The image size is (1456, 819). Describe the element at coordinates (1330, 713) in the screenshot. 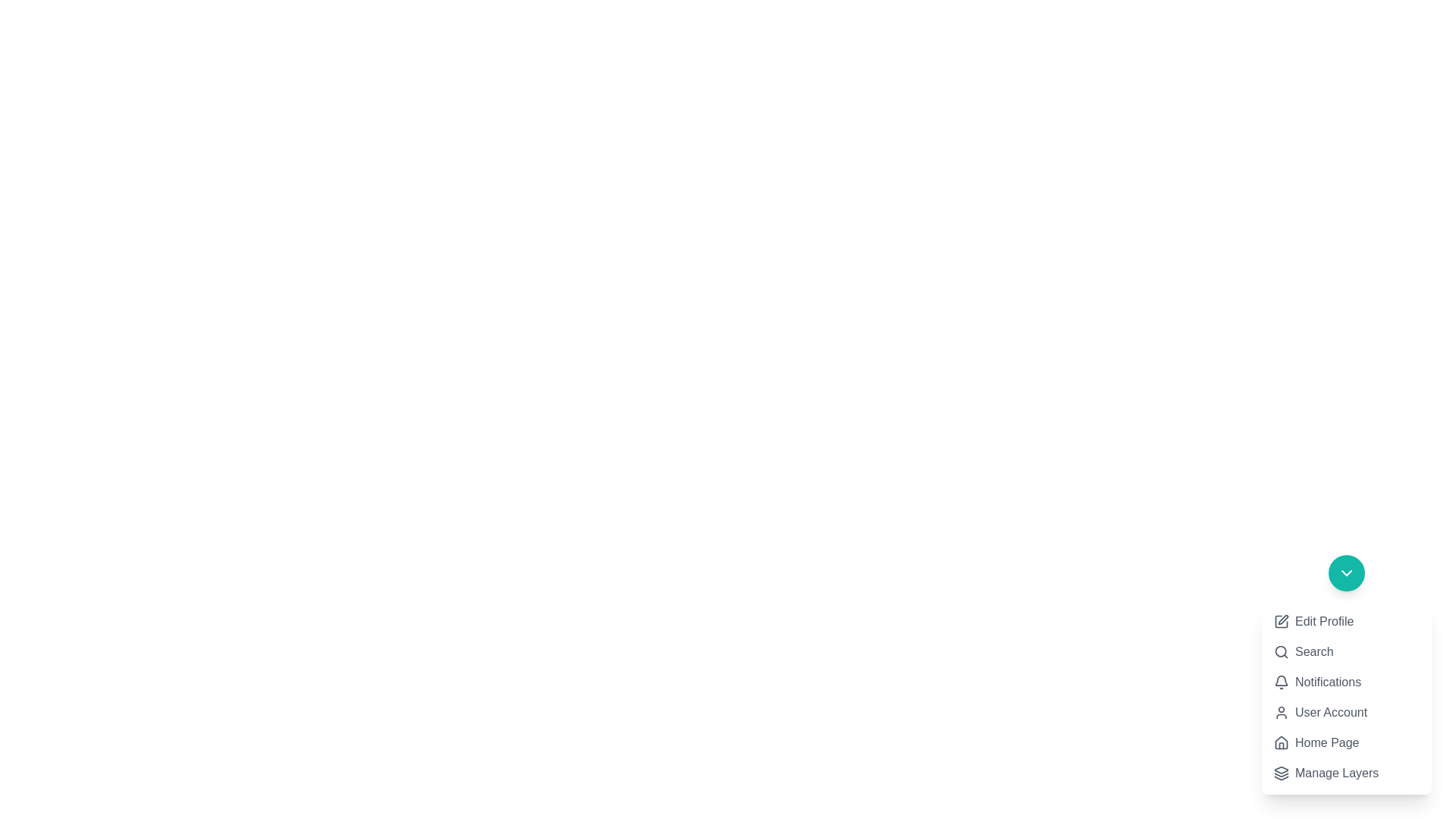

I see `the Text Label in the dropdown menu that links to the user's account settings, positioned between 'Notifications' and 'Home Page'` at that location.